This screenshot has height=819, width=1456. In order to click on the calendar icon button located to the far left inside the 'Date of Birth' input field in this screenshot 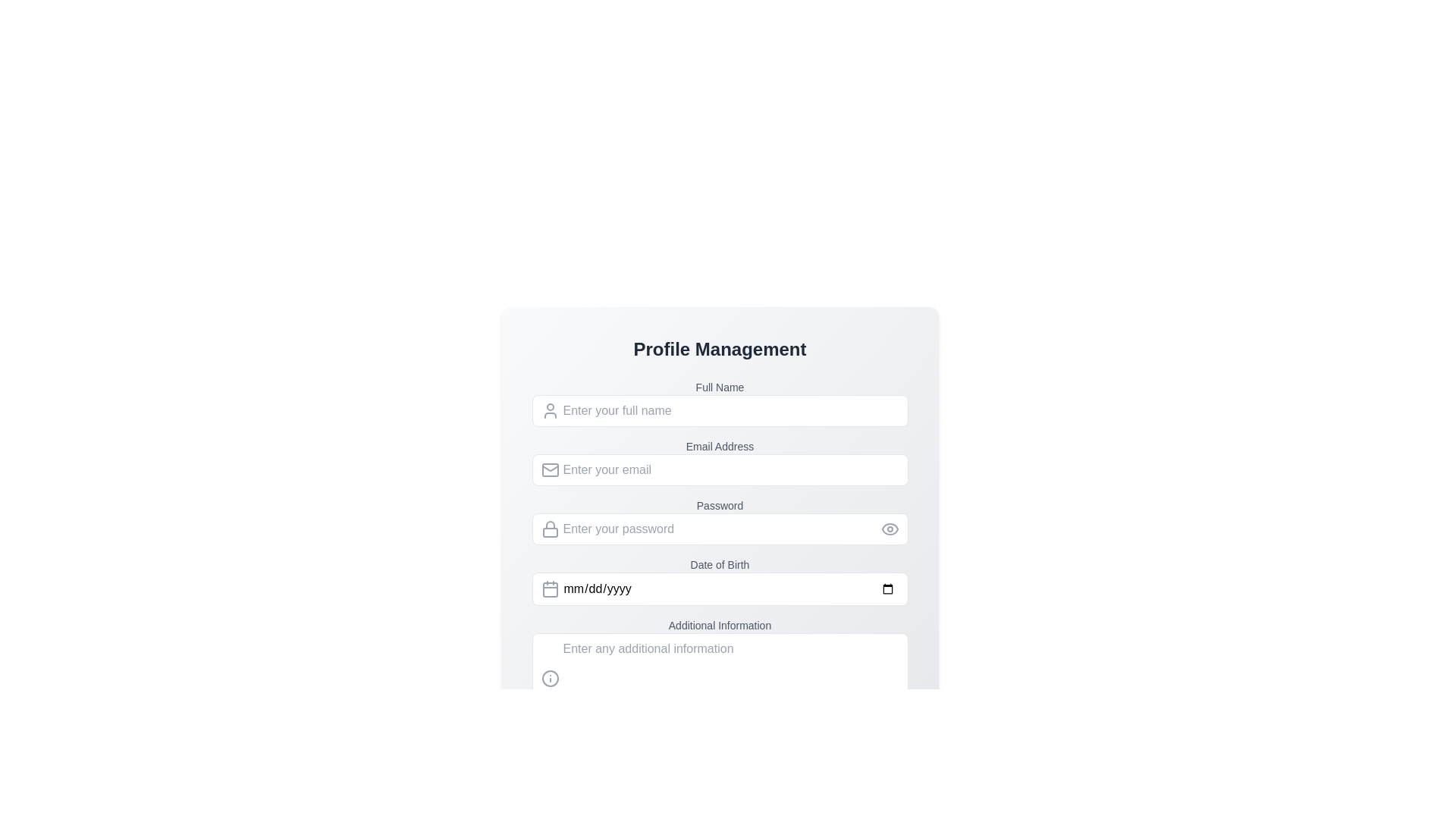, I will do `click(549, 588)`.